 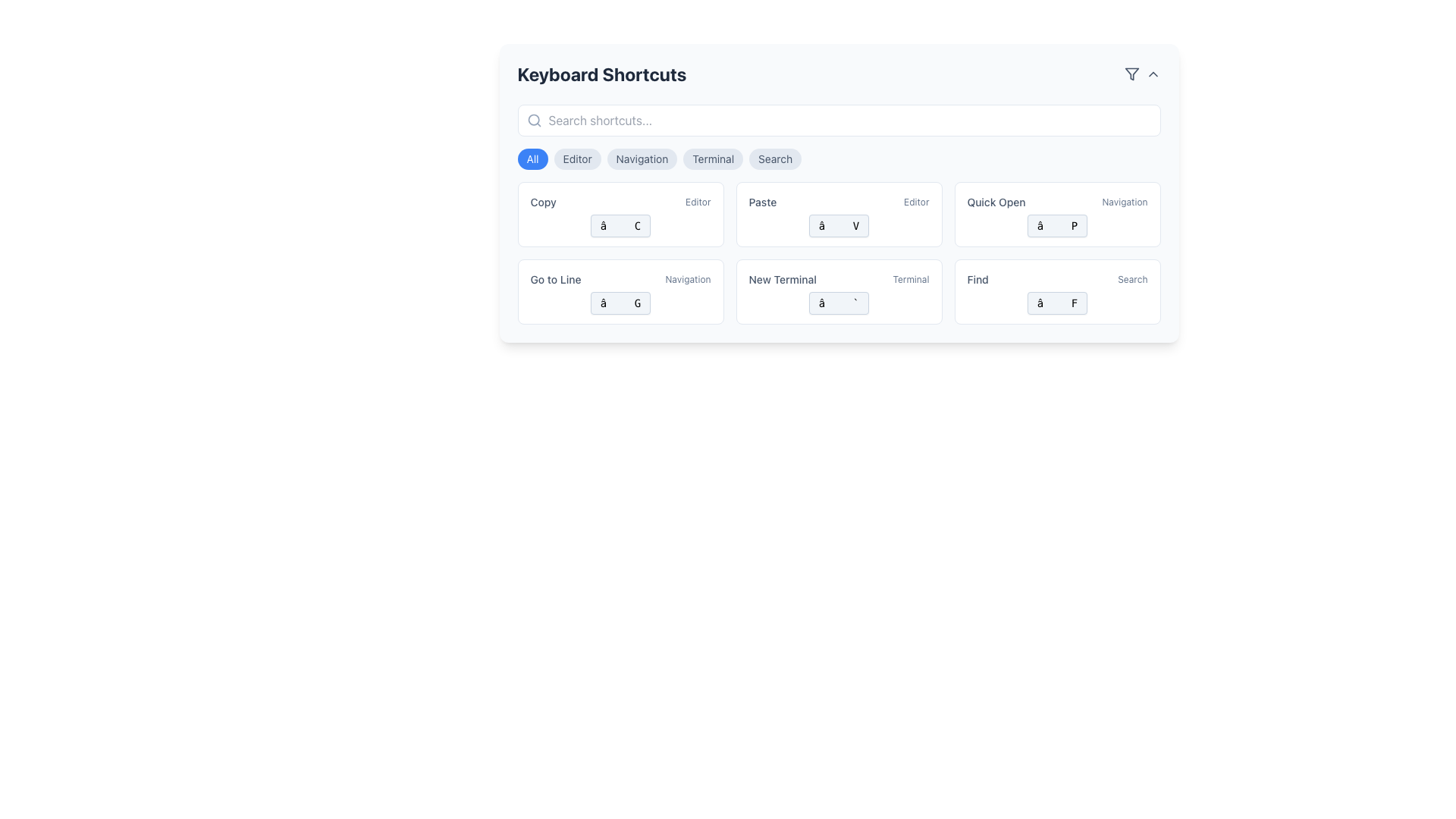 What do you see at coordinates (1125, 201) in the screenshot?
I see `the text label located on the right-hand side of the 'Quick Open' title, which serves as a contextual label for the associated content` at bounding box center [1125, 201].